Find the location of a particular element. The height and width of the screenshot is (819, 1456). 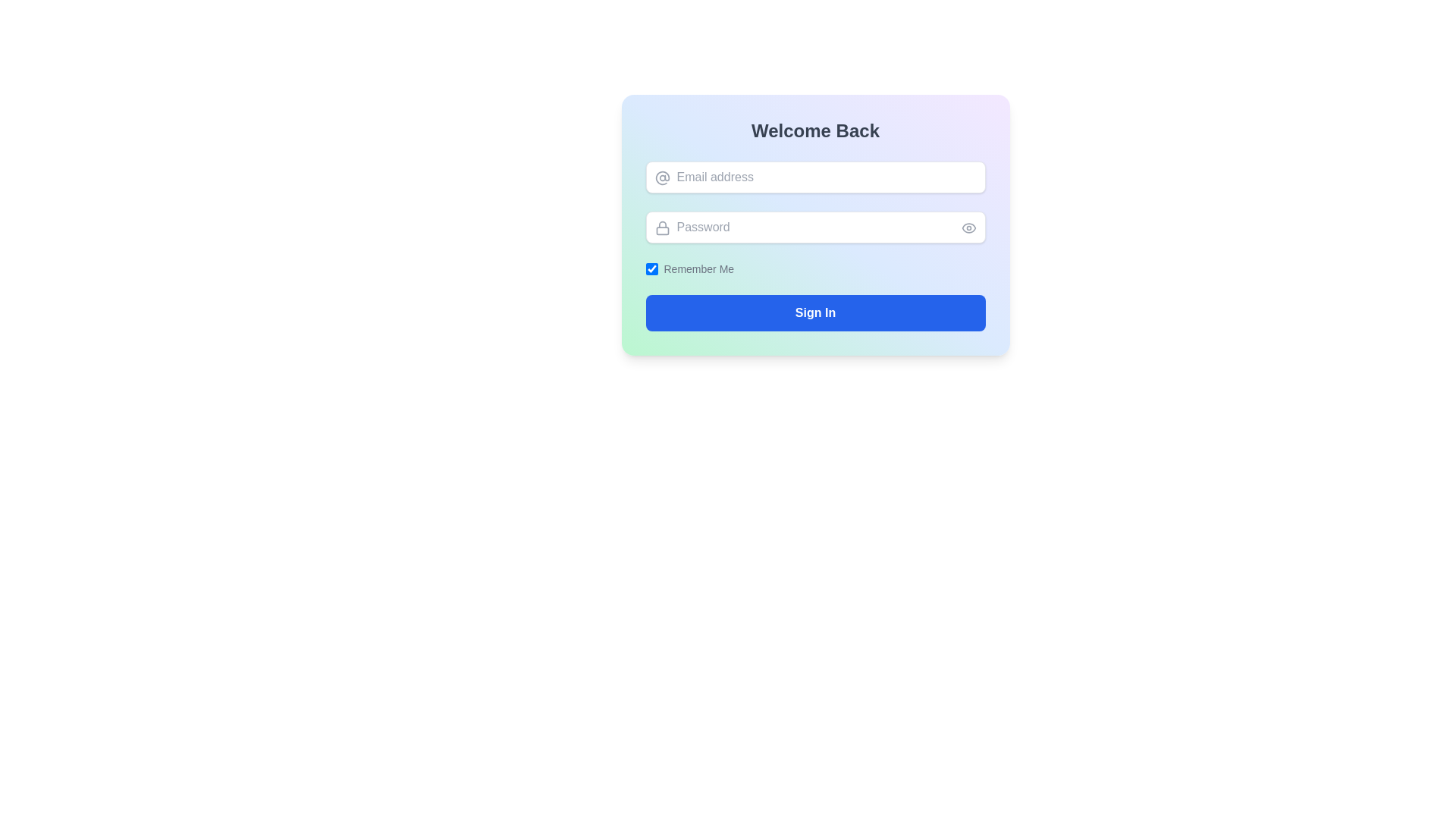

the eye icon button located at the rightmost end of the password entry field is located at coordinates (968, 227).